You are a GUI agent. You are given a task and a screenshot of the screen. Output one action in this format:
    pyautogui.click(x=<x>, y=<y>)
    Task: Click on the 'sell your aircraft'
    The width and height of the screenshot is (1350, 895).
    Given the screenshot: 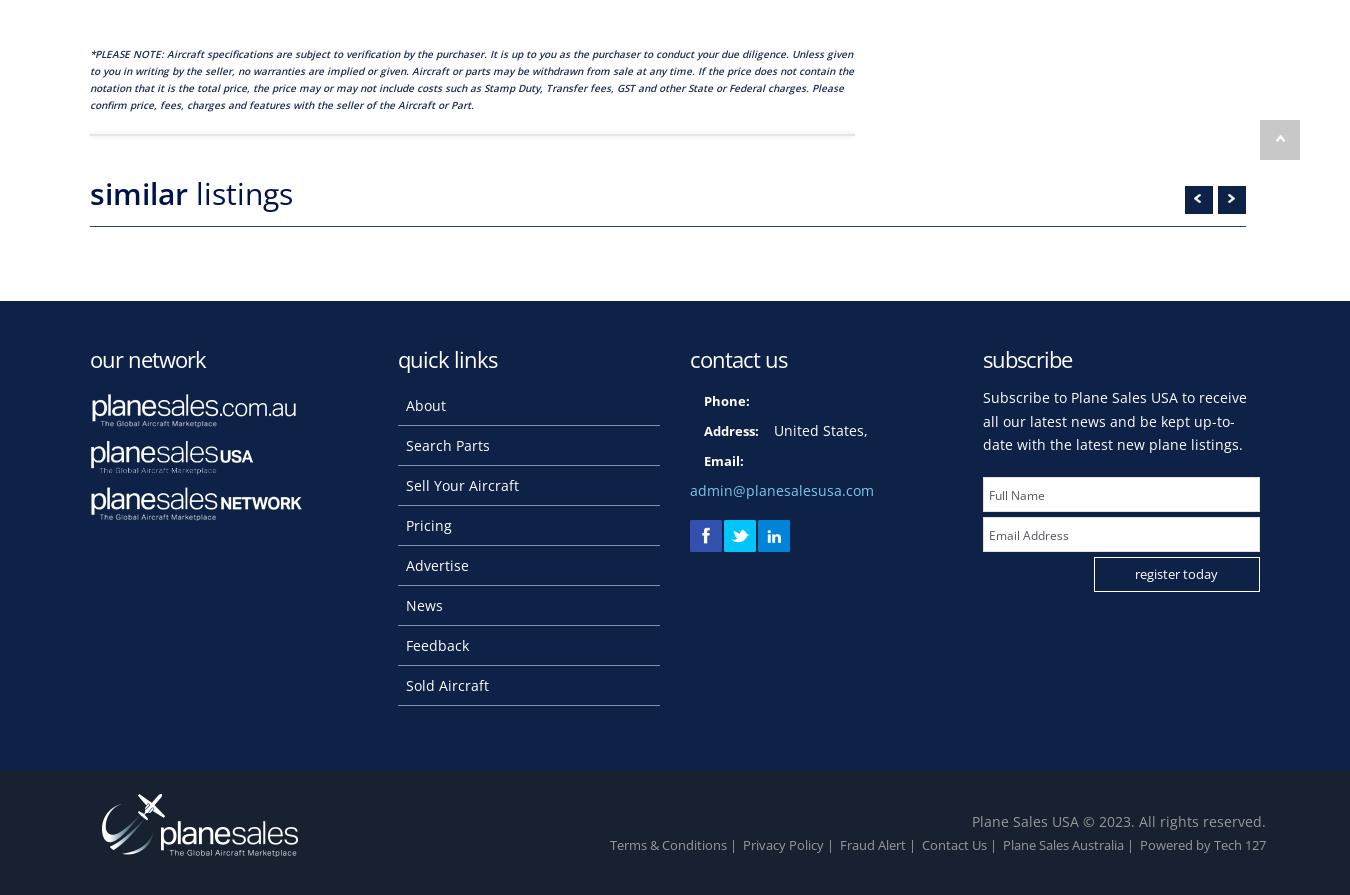 What is the action you would take?
    pyautogui.click(x=460, y=483)
    